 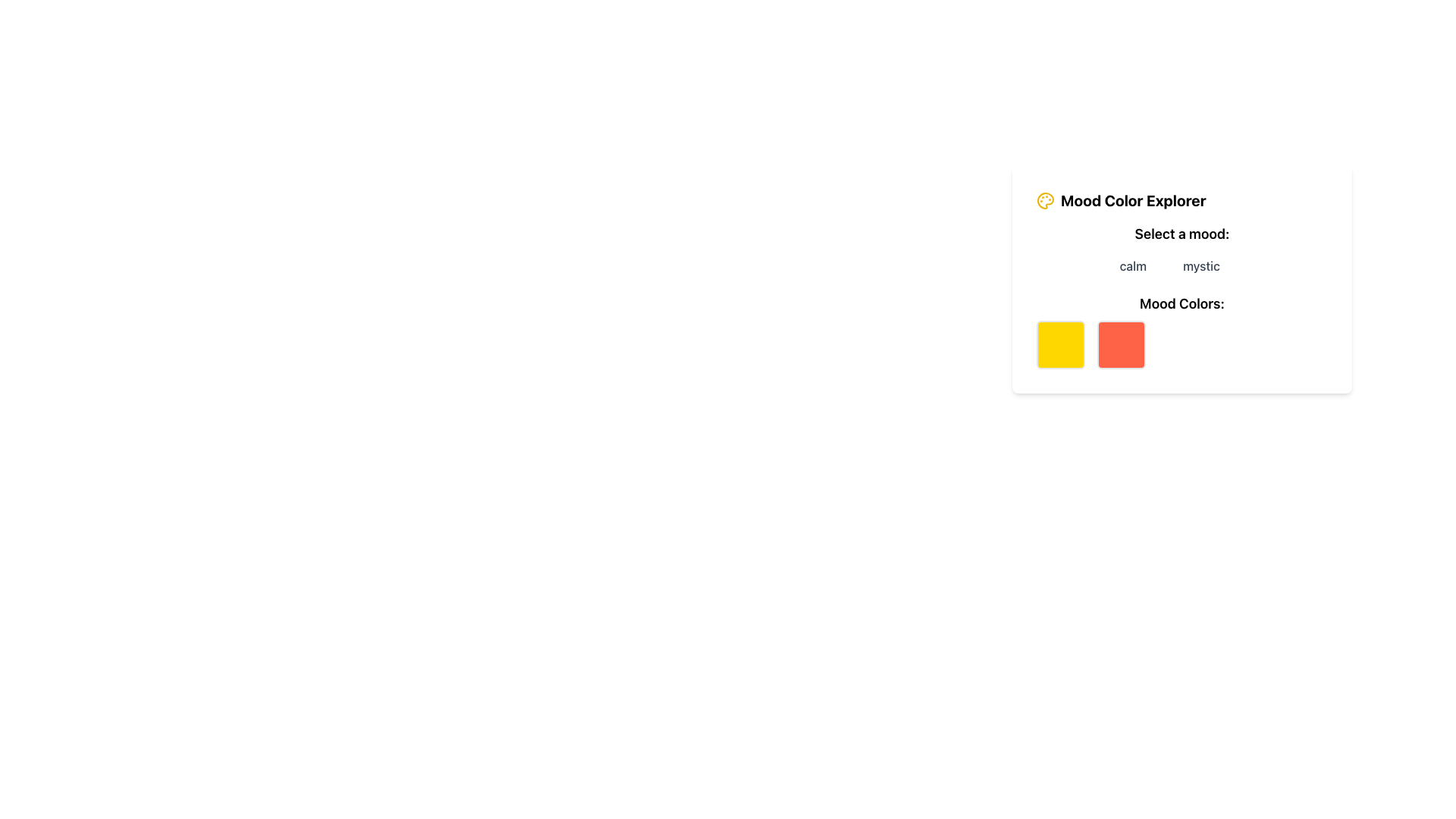 What do you see at coordinates (1133, 265) in the screenshot?
I see `the 'calm' button, which is pill-shaped with light gray background and darker gray text` at bounding box center [1133, 265].